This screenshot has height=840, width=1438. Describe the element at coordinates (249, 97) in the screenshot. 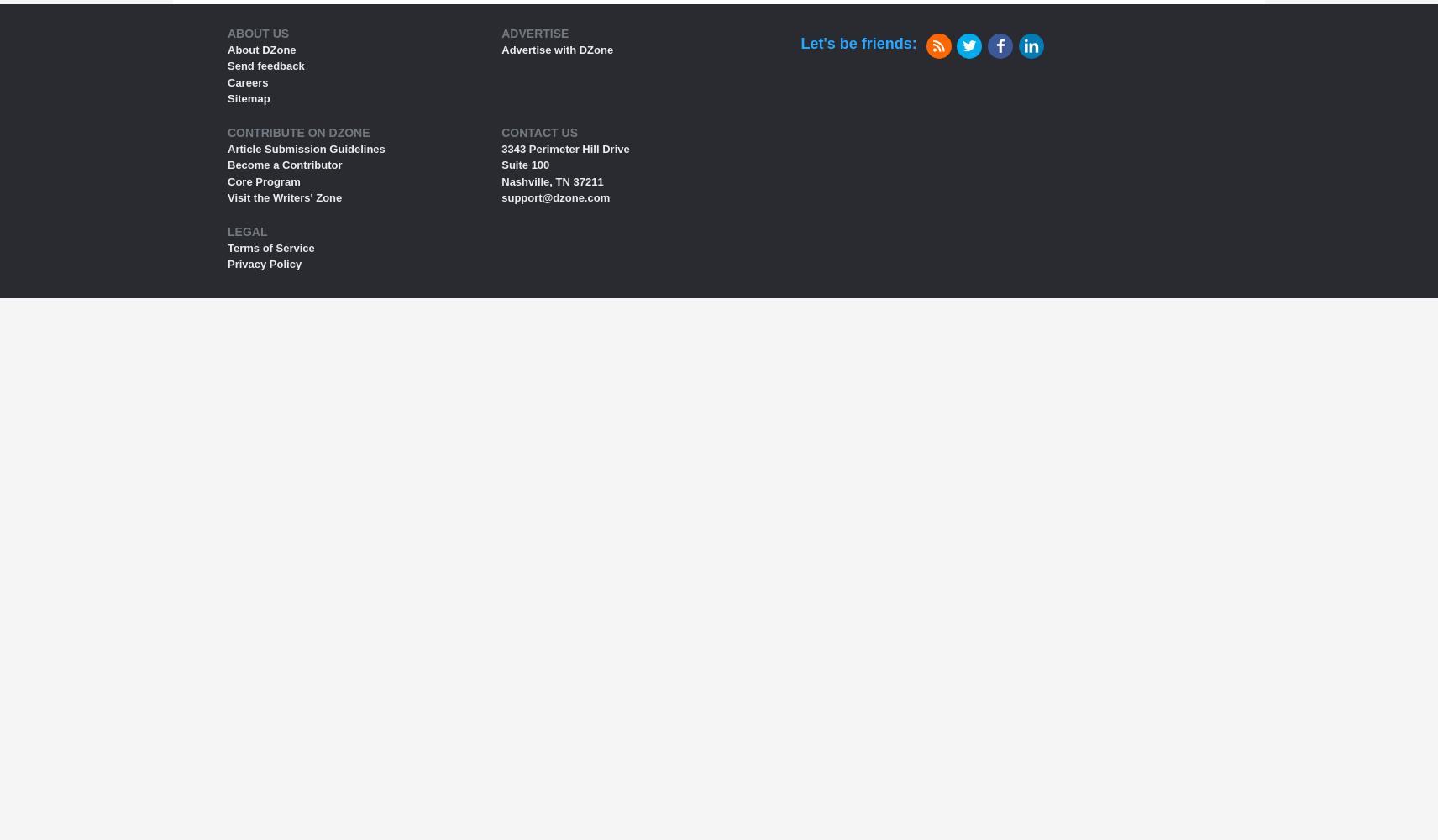

I see `'Sitemap'` at that location.